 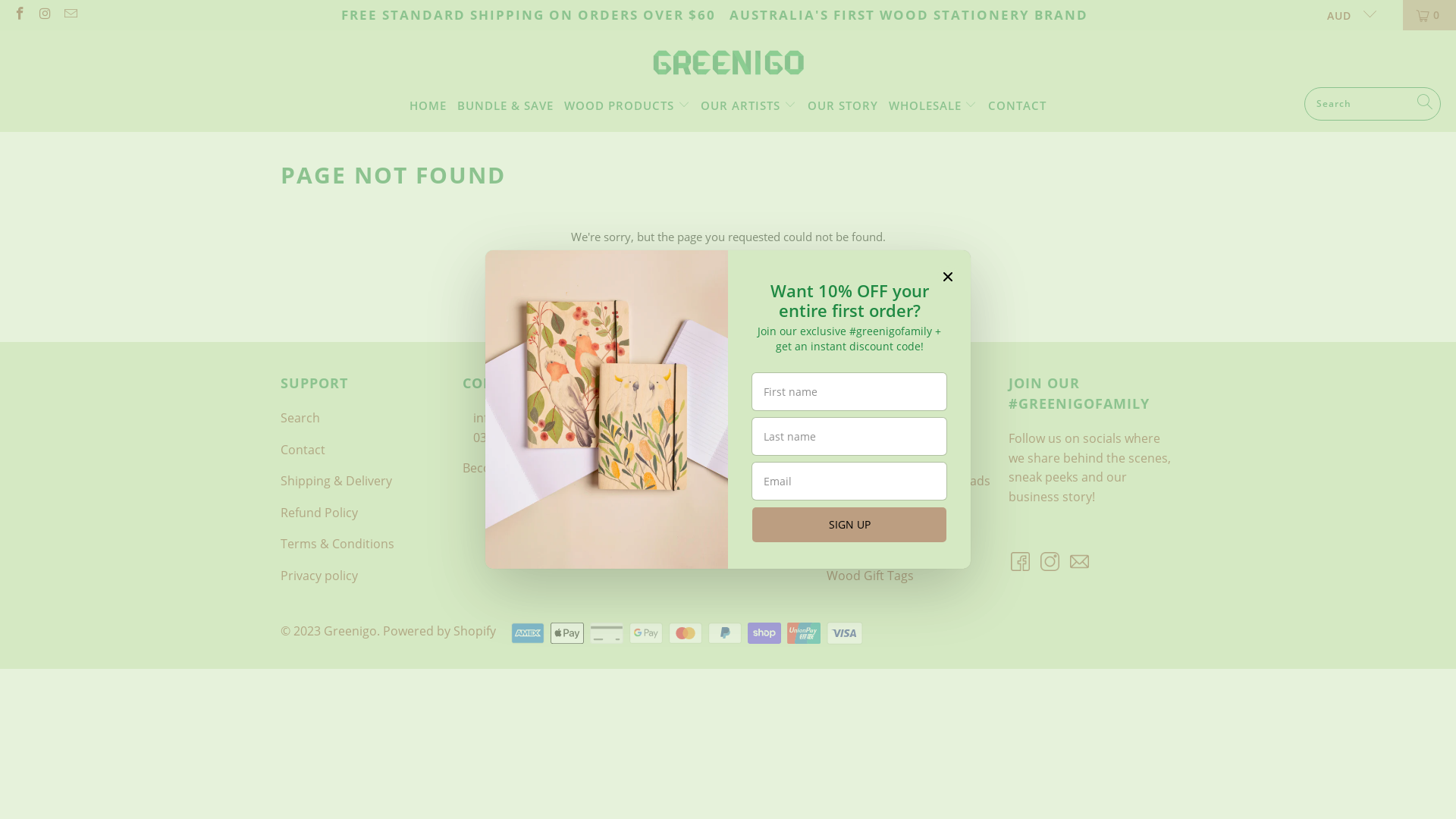 I want to click on 'OUR STORY', so click(x=842, y=104).